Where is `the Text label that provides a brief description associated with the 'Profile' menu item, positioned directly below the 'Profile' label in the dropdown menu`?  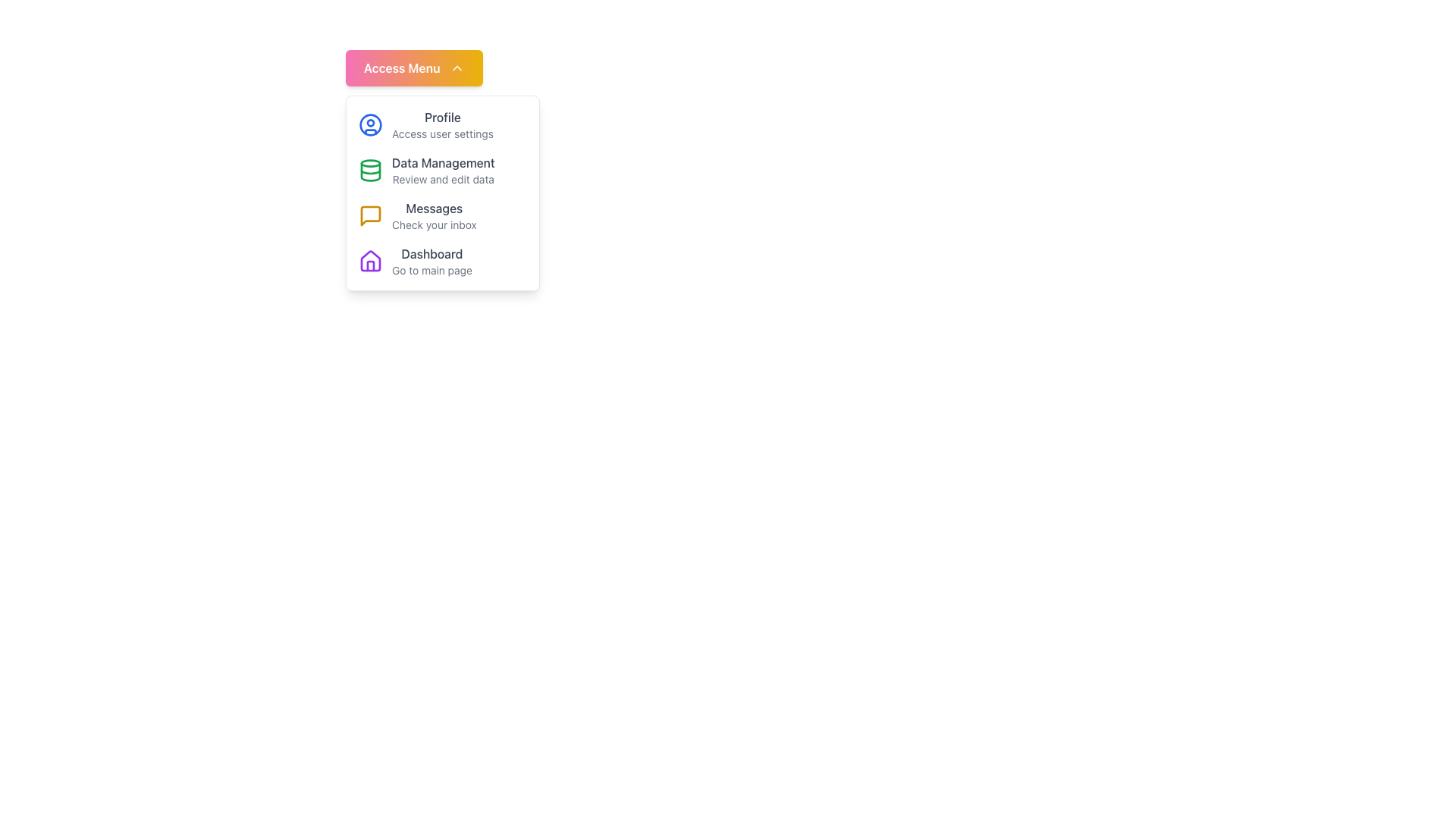 the Text label that provides a brief description associated with the 'Profile' menu item, positioned directly below the 'Profile' label in the dropdown menu is located at coordinates (441, 133).